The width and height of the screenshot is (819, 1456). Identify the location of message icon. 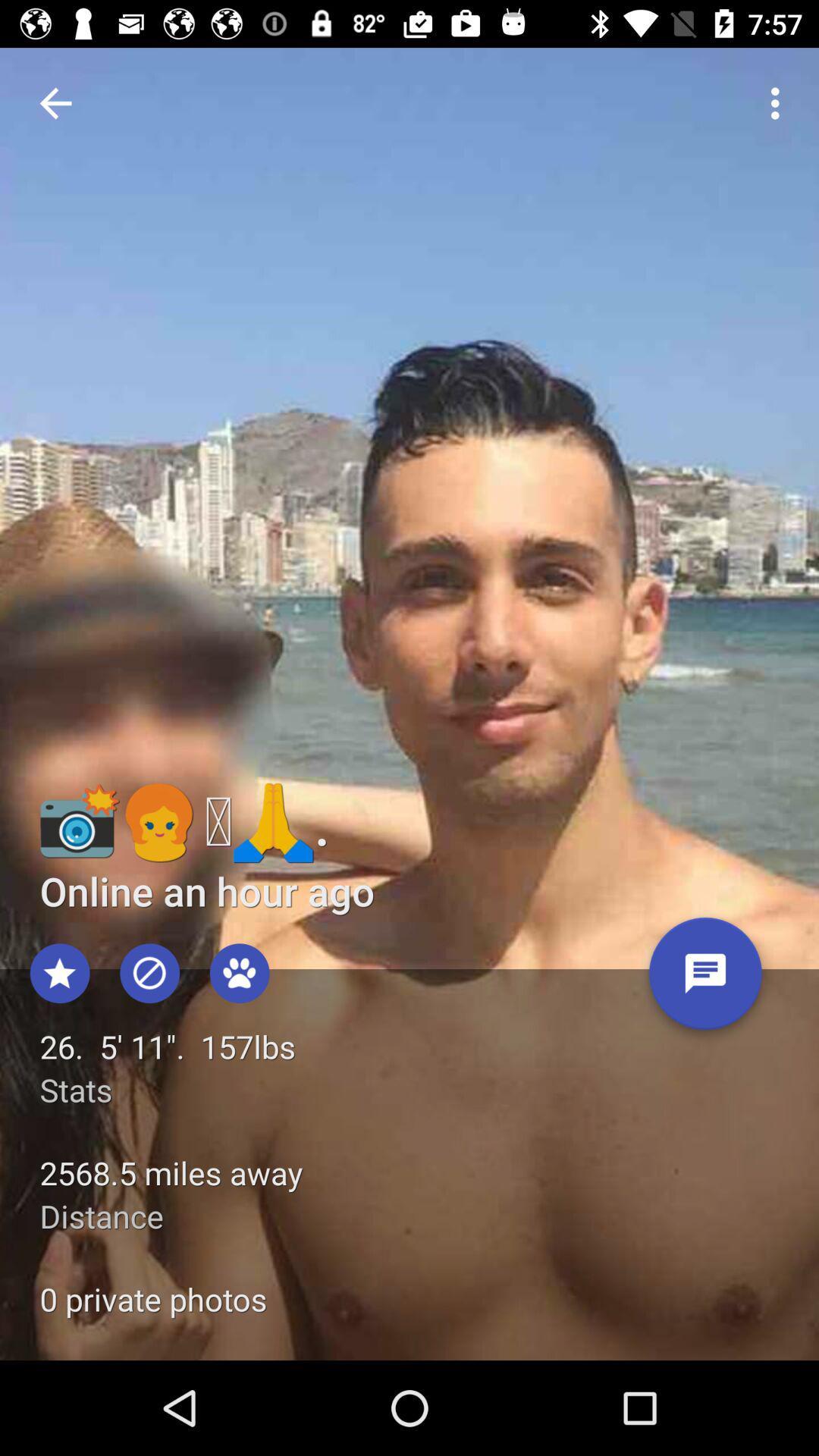
(705, 979).